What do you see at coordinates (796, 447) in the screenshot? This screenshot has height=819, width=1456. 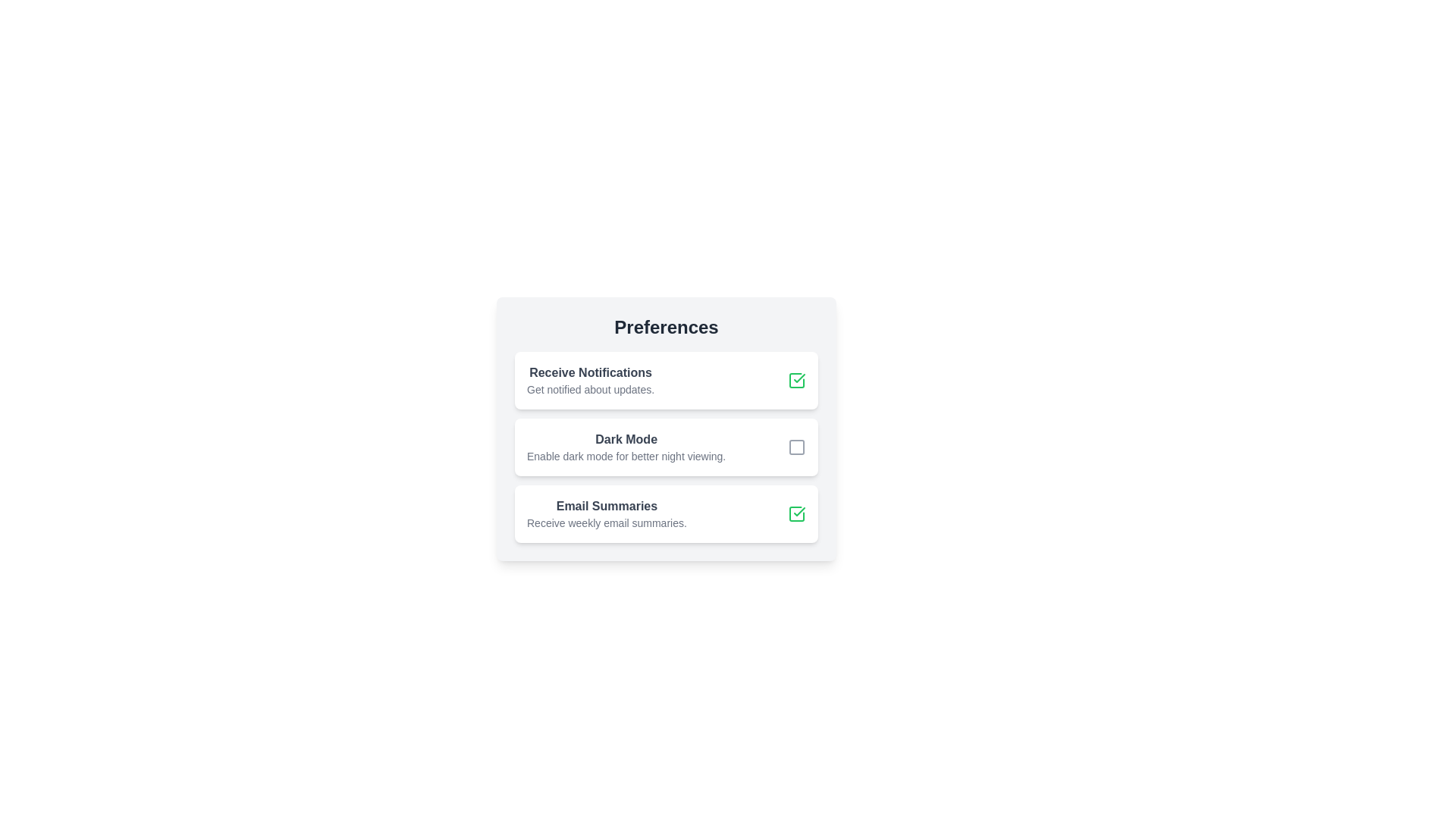 I see `the checkbox located in the top-right corner of the 'Dark Mode' setting option` at bounding box center [796, 447].